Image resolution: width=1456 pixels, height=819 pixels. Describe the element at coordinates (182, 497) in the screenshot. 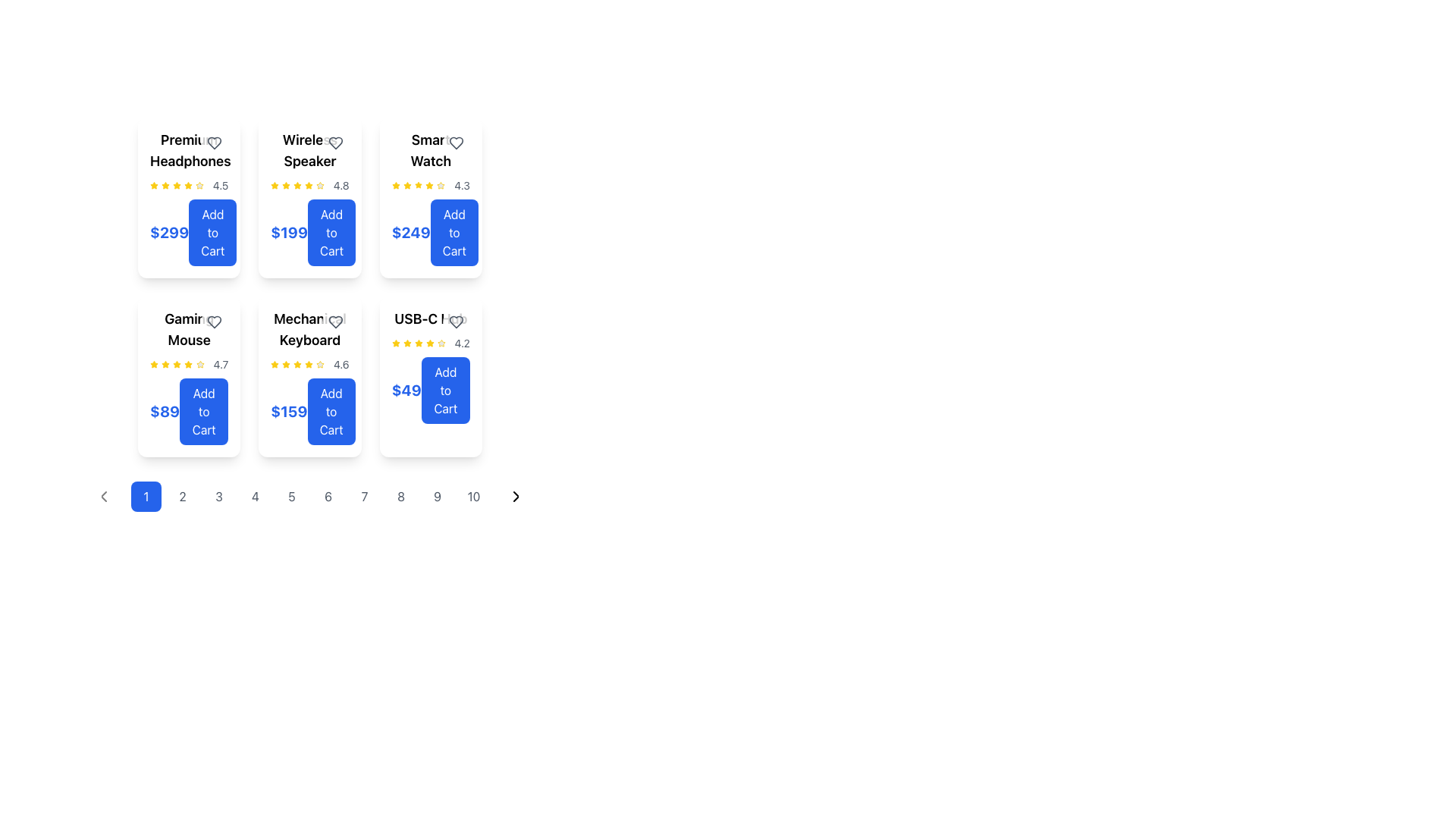

I see `the second pagination button, which is located at the bottom of the interface and allows navigation to the second page of a paginated list` at that location.